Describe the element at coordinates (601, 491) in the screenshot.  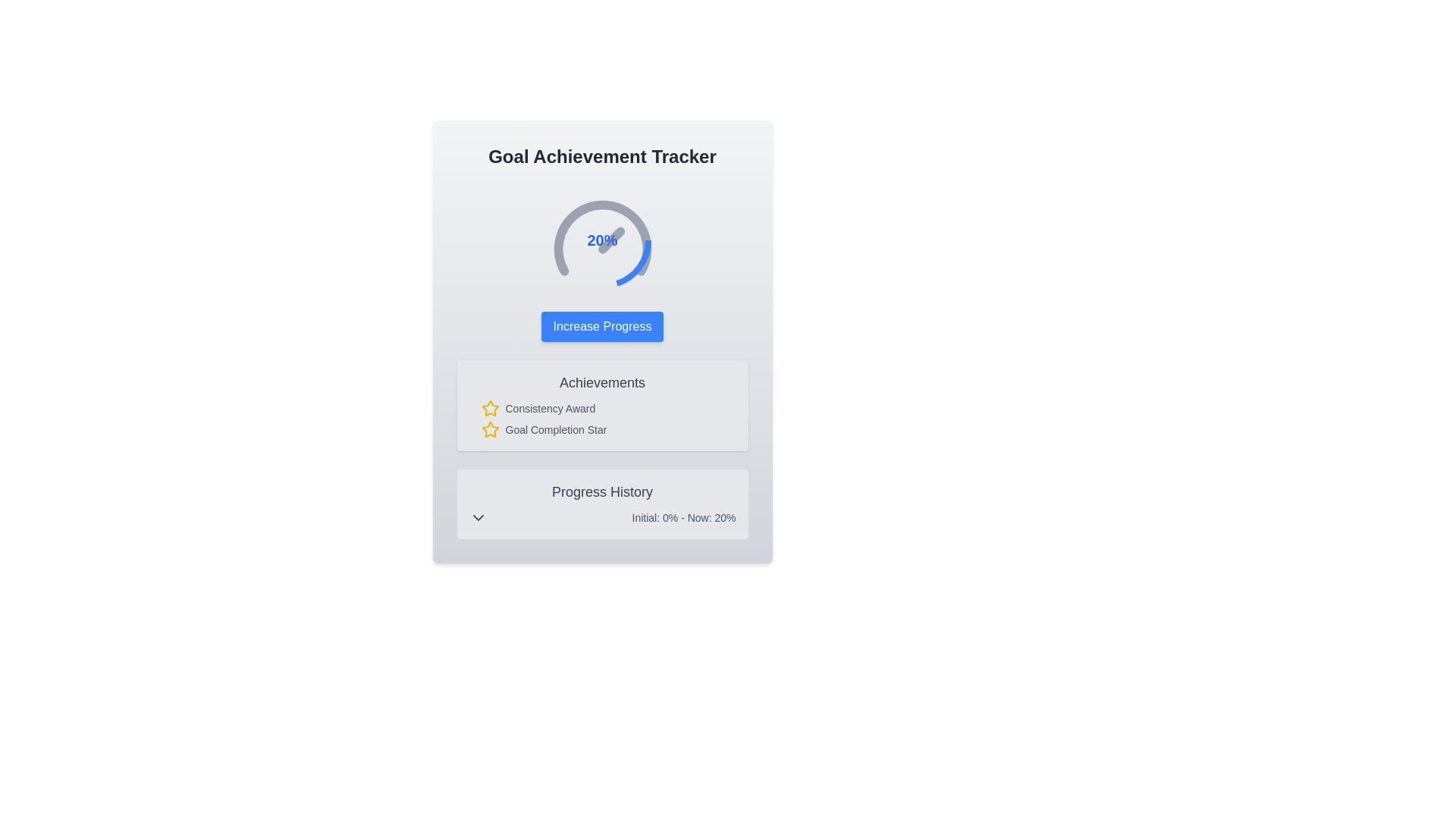
I see `header text summarizing historical progress information located above the text 'Initial: 0% - Now: 20%' within the gray rounded section` at that location.